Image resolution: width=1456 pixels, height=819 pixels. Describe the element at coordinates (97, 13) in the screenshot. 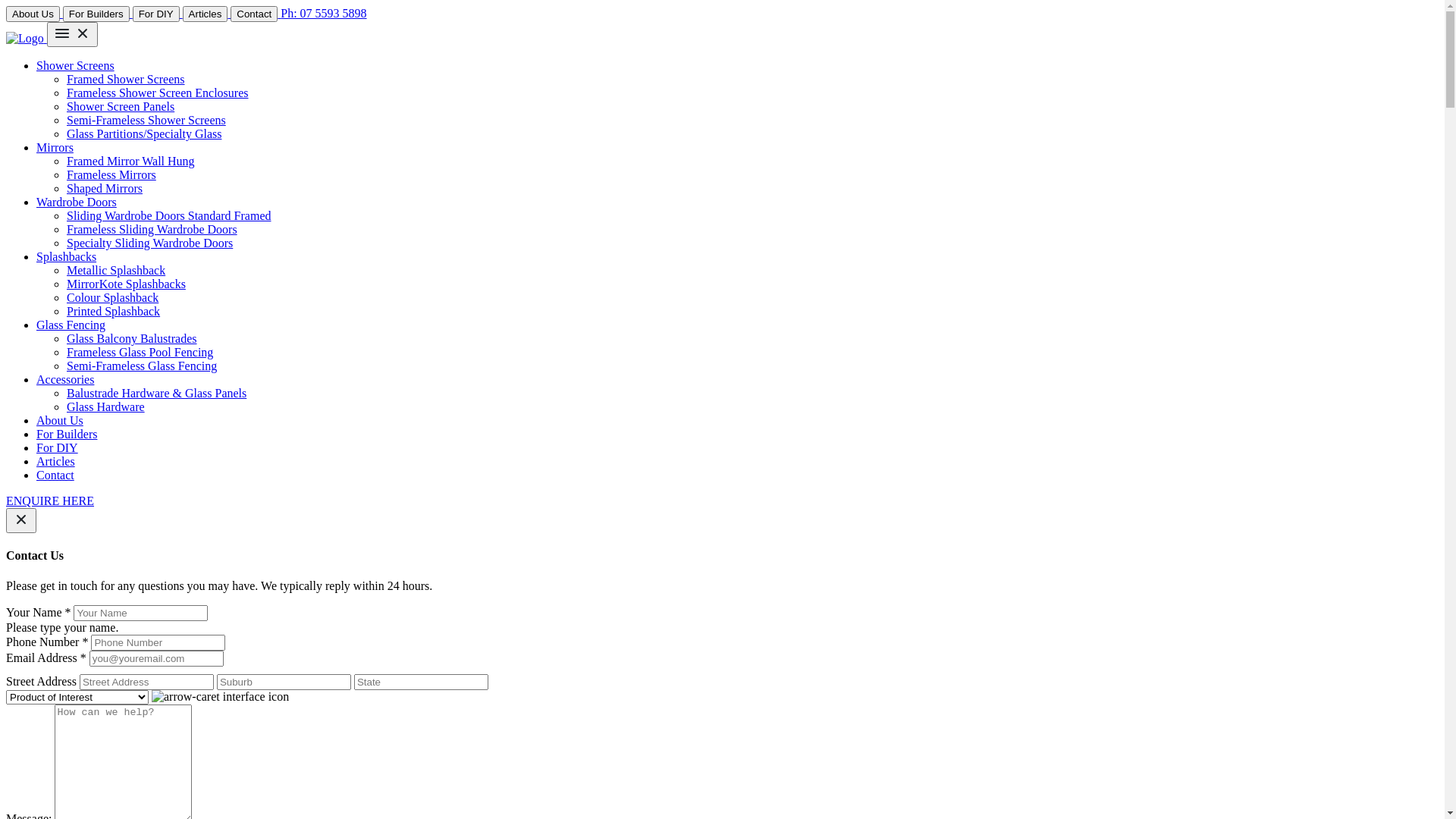

I see `'For Builders'` at that location.